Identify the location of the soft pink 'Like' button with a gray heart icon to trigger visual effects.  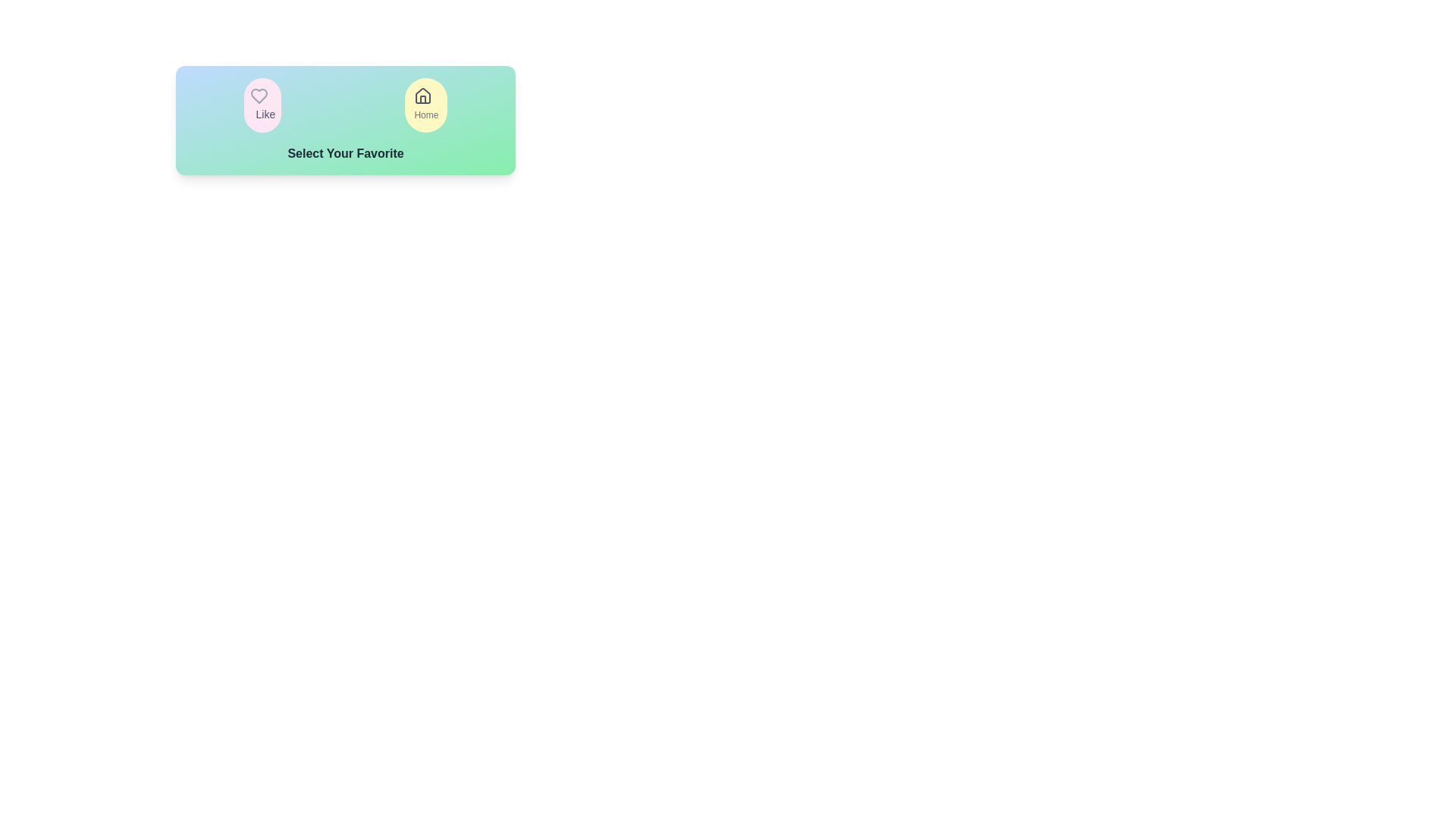
(262, 104).